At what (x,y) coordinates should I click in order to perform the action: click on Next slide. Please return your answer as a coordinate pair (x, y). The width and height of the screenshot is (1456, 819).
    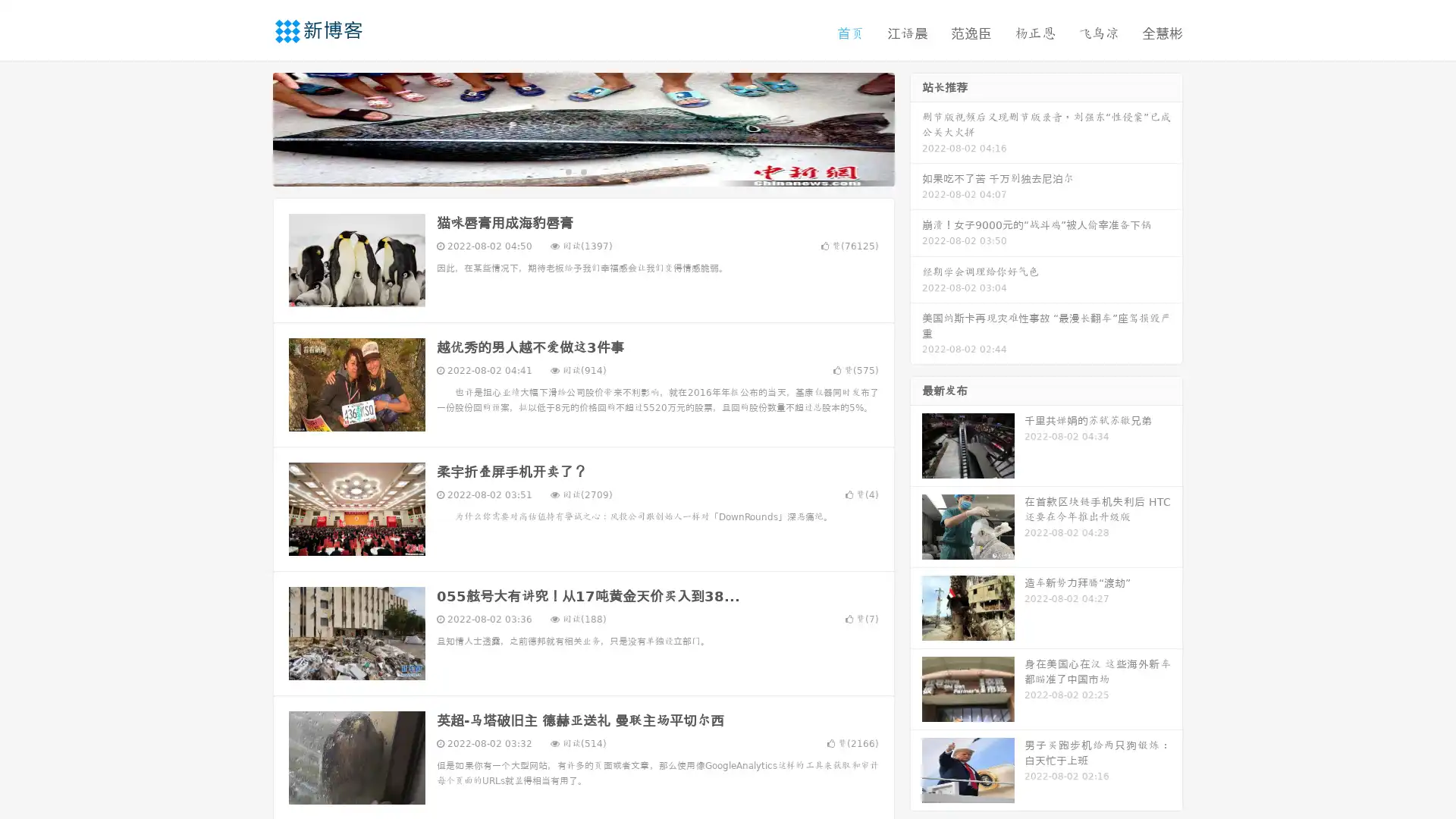
    Looking at the image, I should click on (916, 127).